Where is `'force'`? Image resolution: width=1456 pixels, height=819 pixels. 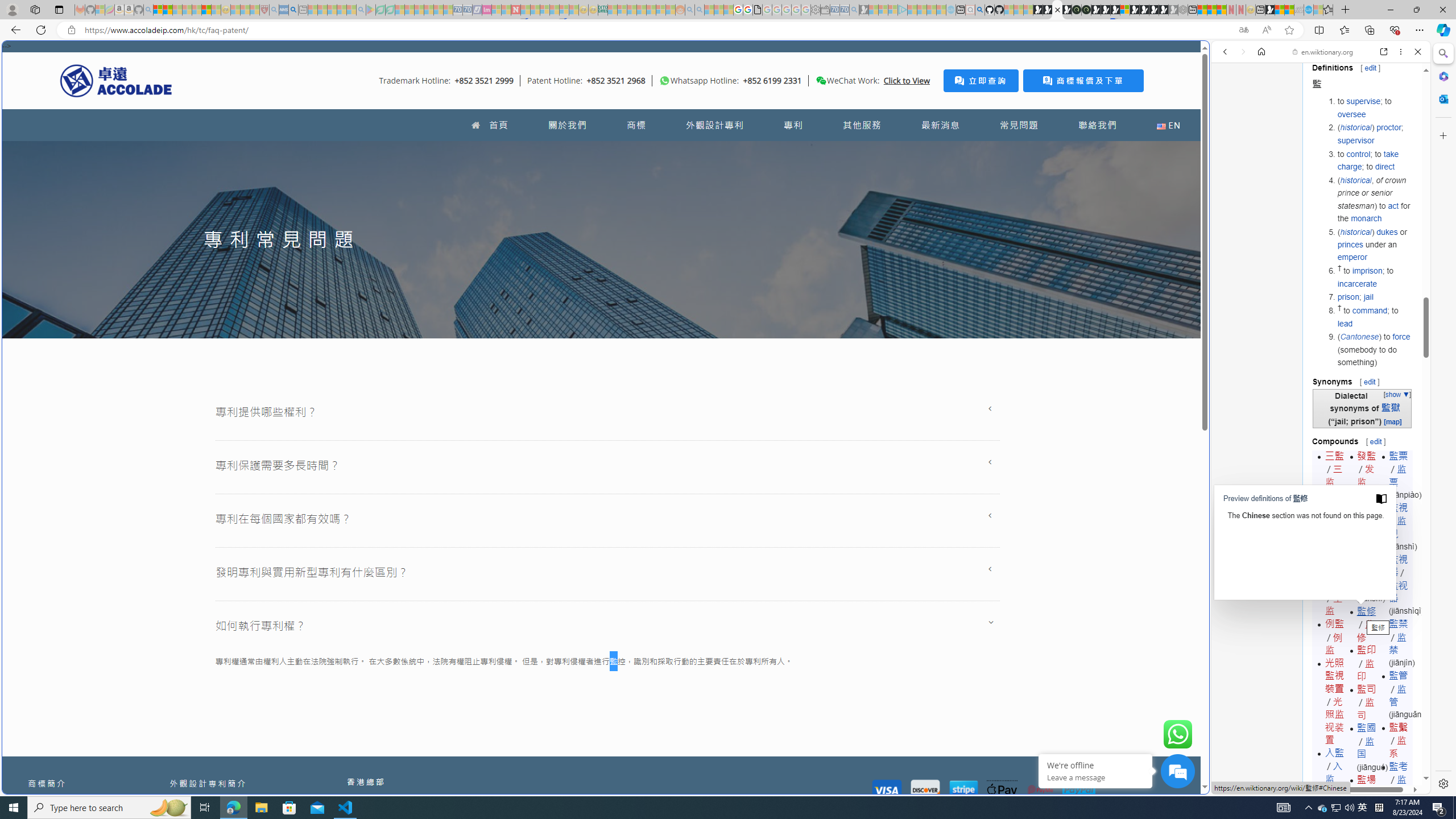 'force' is located at coordinates (1401, 336).